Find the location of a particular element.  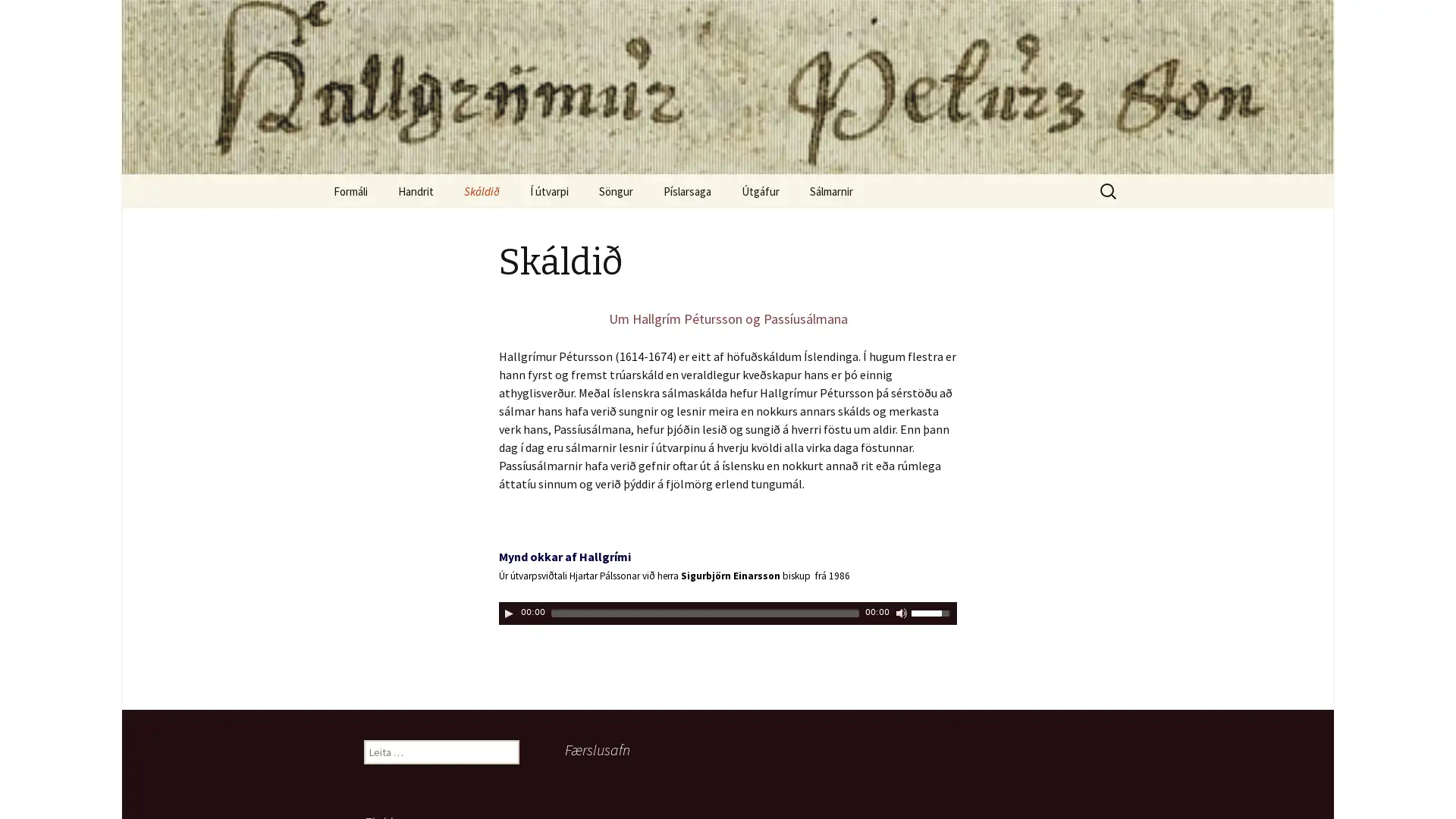

Kveikja/slokkva a hljoi is located at coordinates (902, 613).